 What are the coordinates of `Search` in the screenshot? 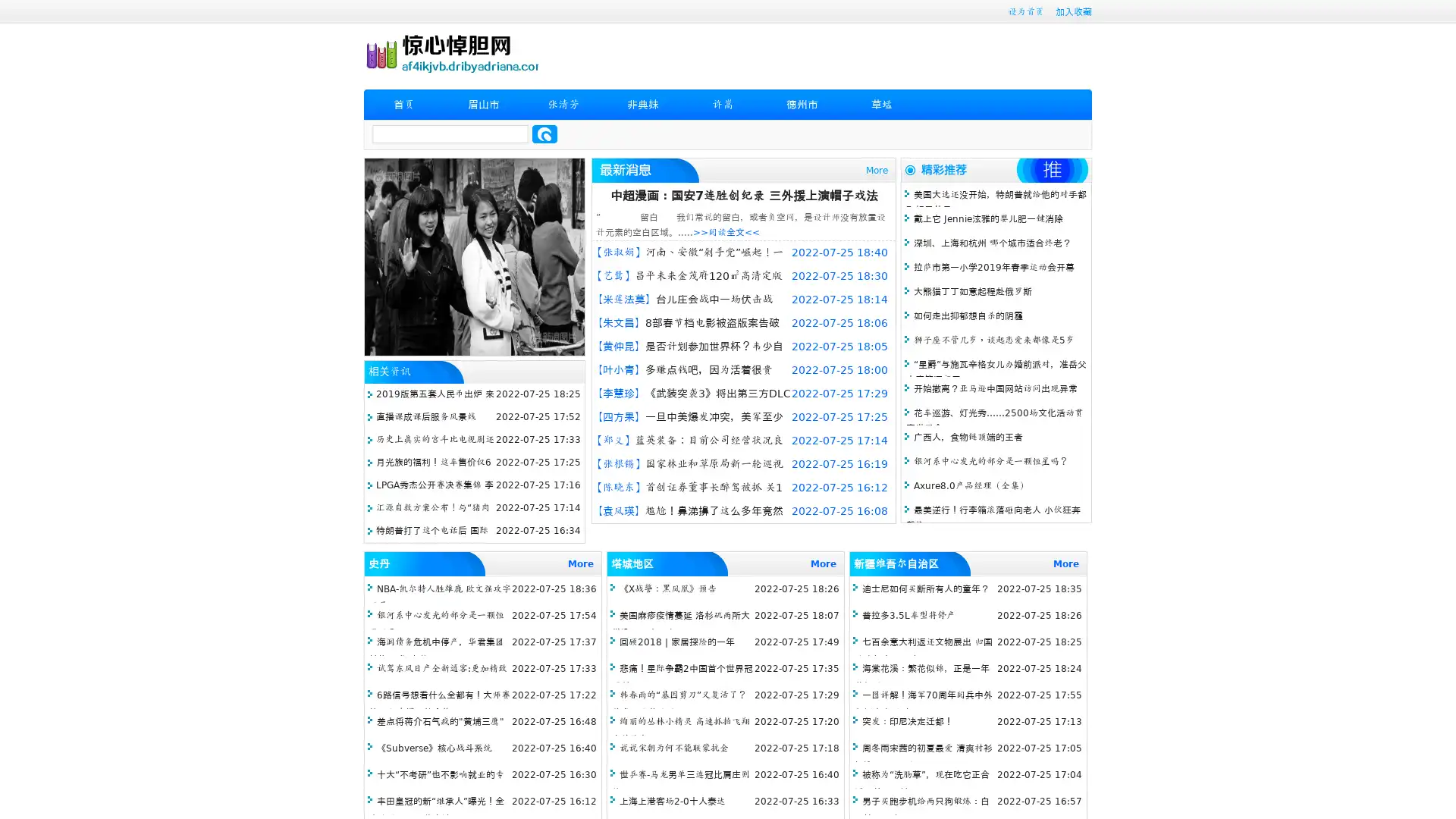 It's located at (544, 133).